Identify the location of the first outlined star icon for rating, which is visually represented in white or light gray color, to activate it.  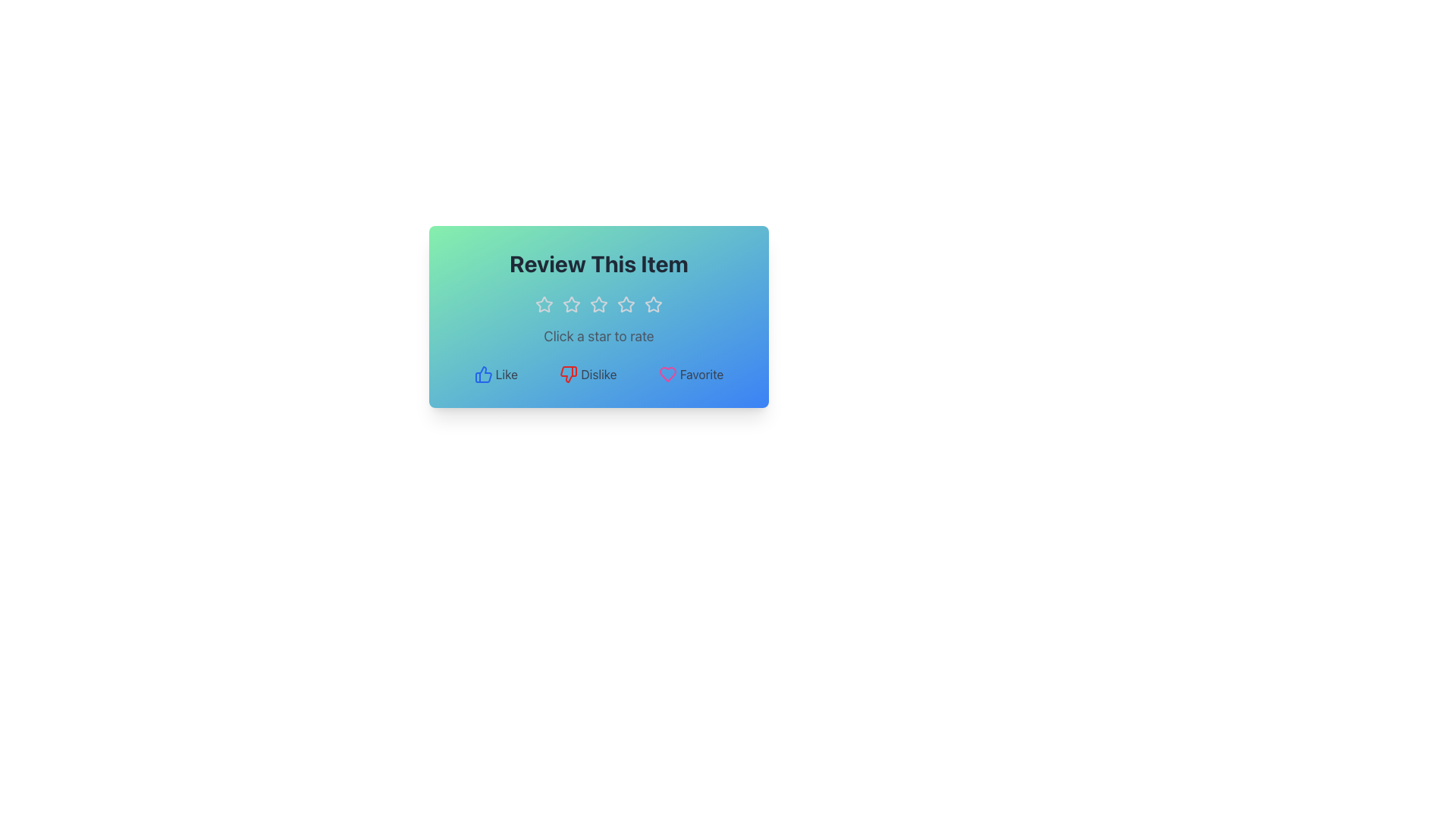
(544, 304).